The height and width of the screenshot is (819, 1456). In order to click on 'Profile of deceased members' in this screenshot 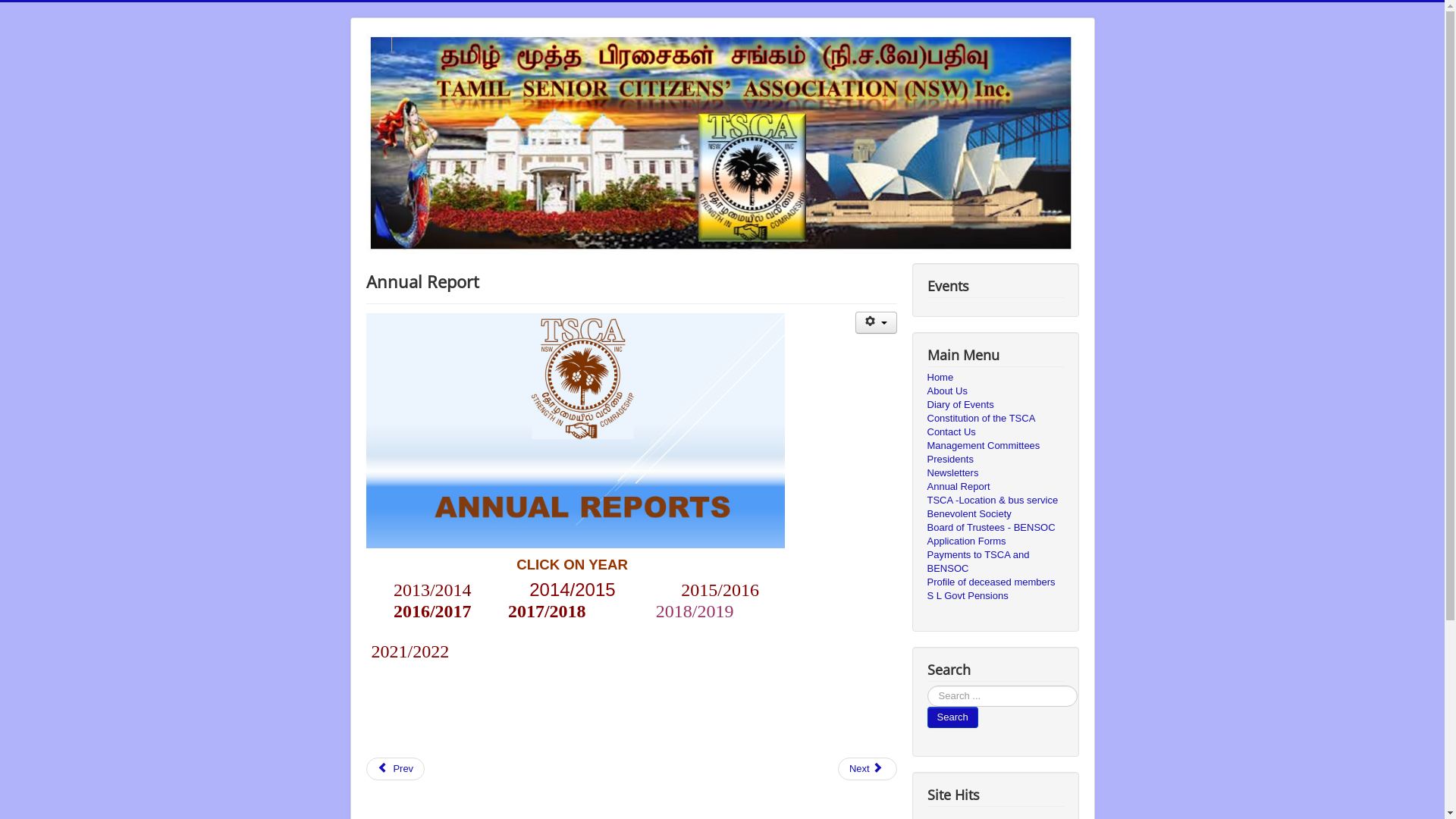, I will do `click(994, 581)`.